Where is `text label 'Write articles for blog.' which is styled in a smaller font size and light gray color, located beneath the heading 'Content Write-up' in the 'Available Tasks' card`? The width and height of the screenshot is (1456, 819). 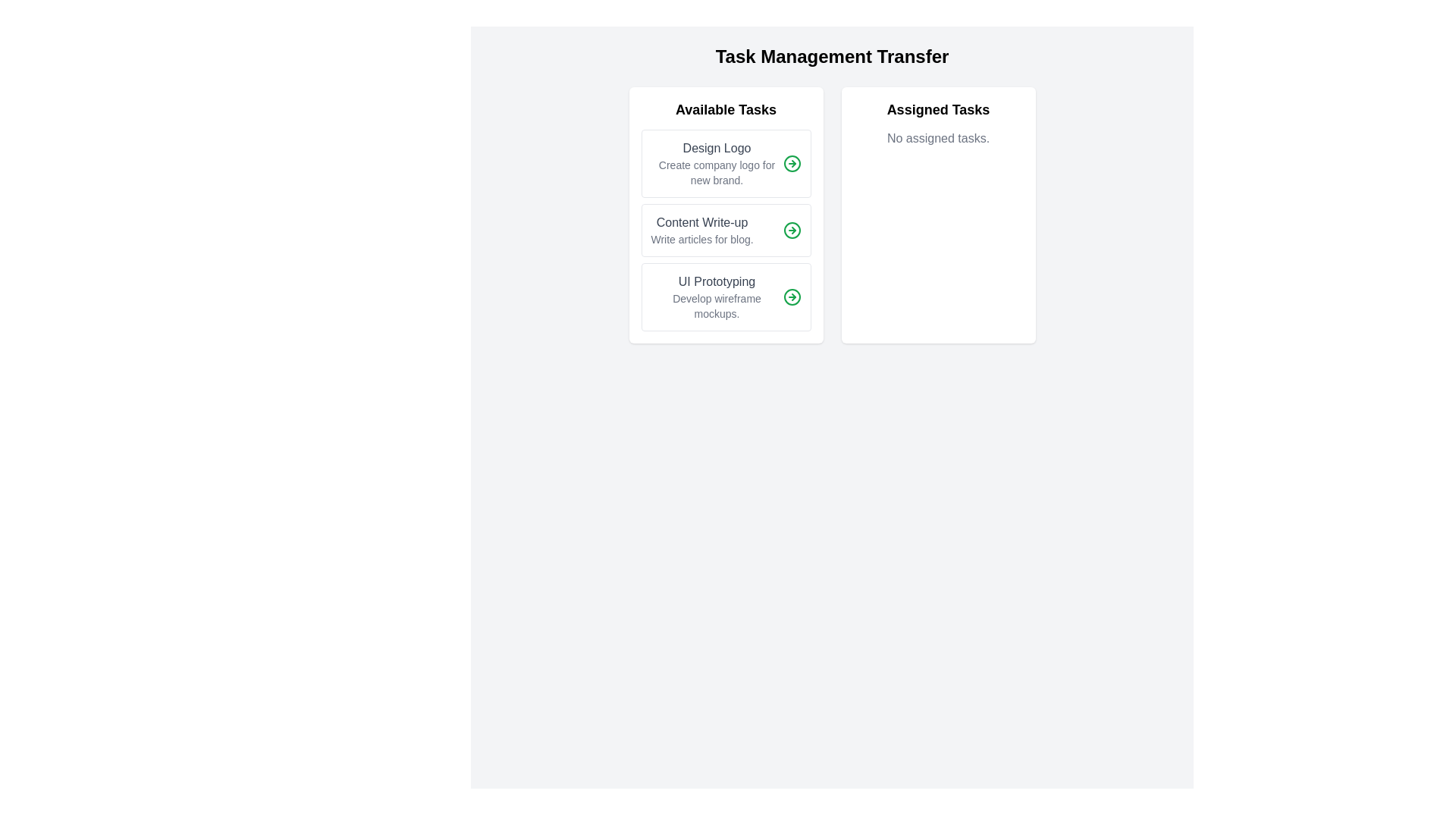 text label 'Write articles for blog.' which is styled in a smaller font size and light gray color, located beneath the heading 'Content Write-up' in the 'Available Tasks' card is located at coordinates (701, 239).